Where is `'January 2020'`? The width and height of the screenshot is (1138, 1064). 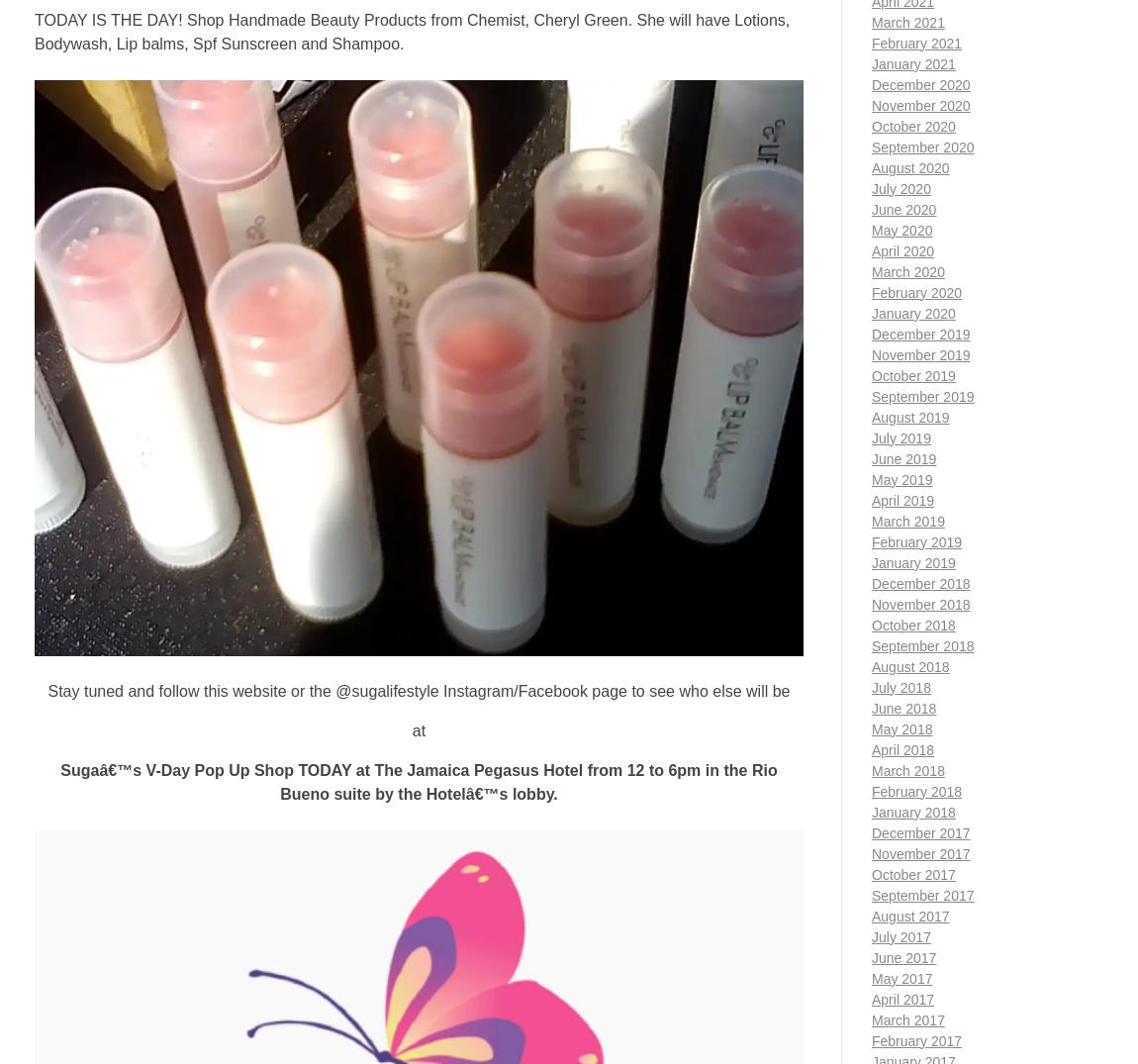 'January 2020' is located at coordinates (872, 312).